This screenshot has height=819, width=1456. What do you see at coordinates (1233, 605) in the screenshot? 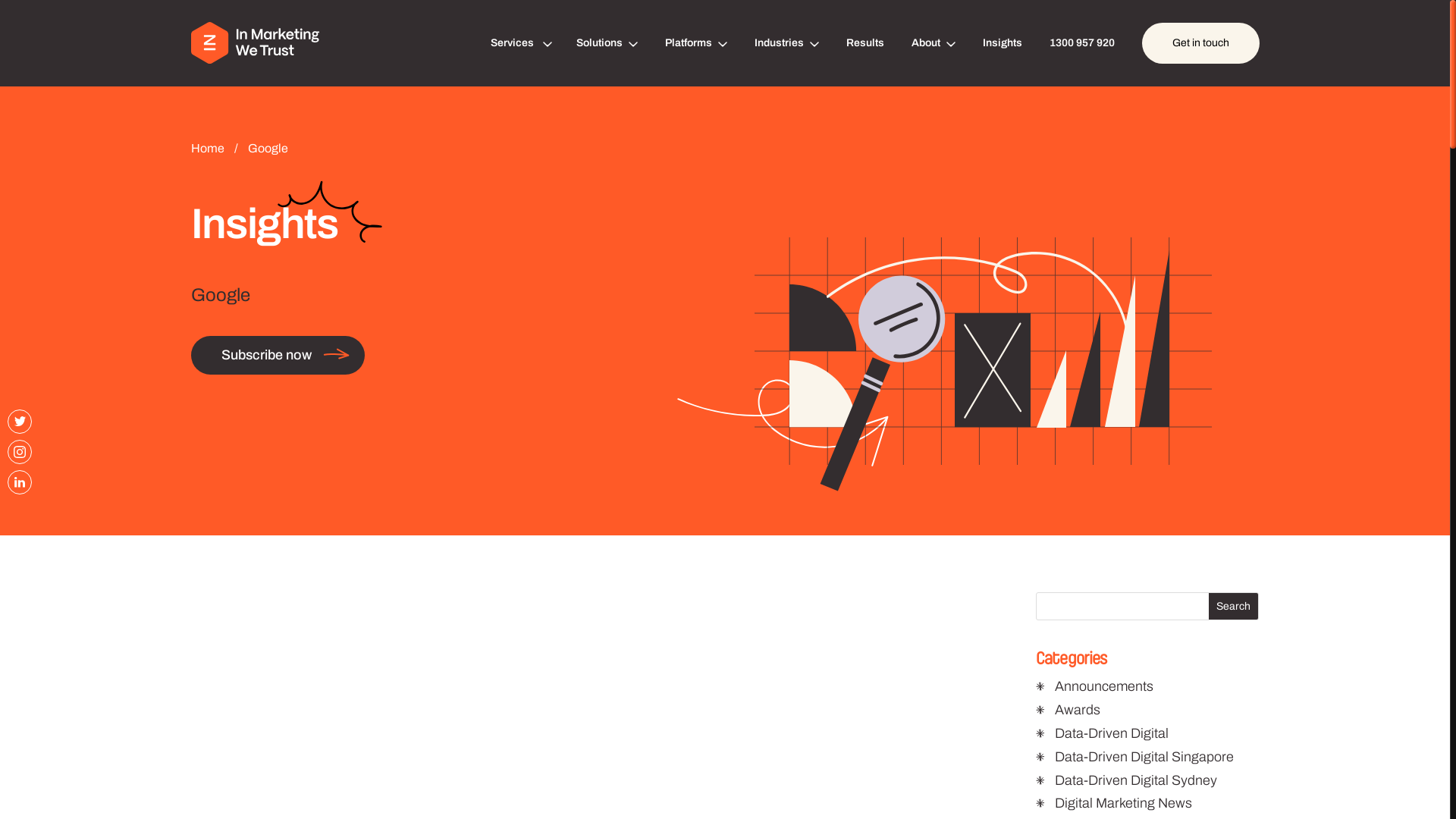
I see `'Search'` at bounding box center [1233, 605].